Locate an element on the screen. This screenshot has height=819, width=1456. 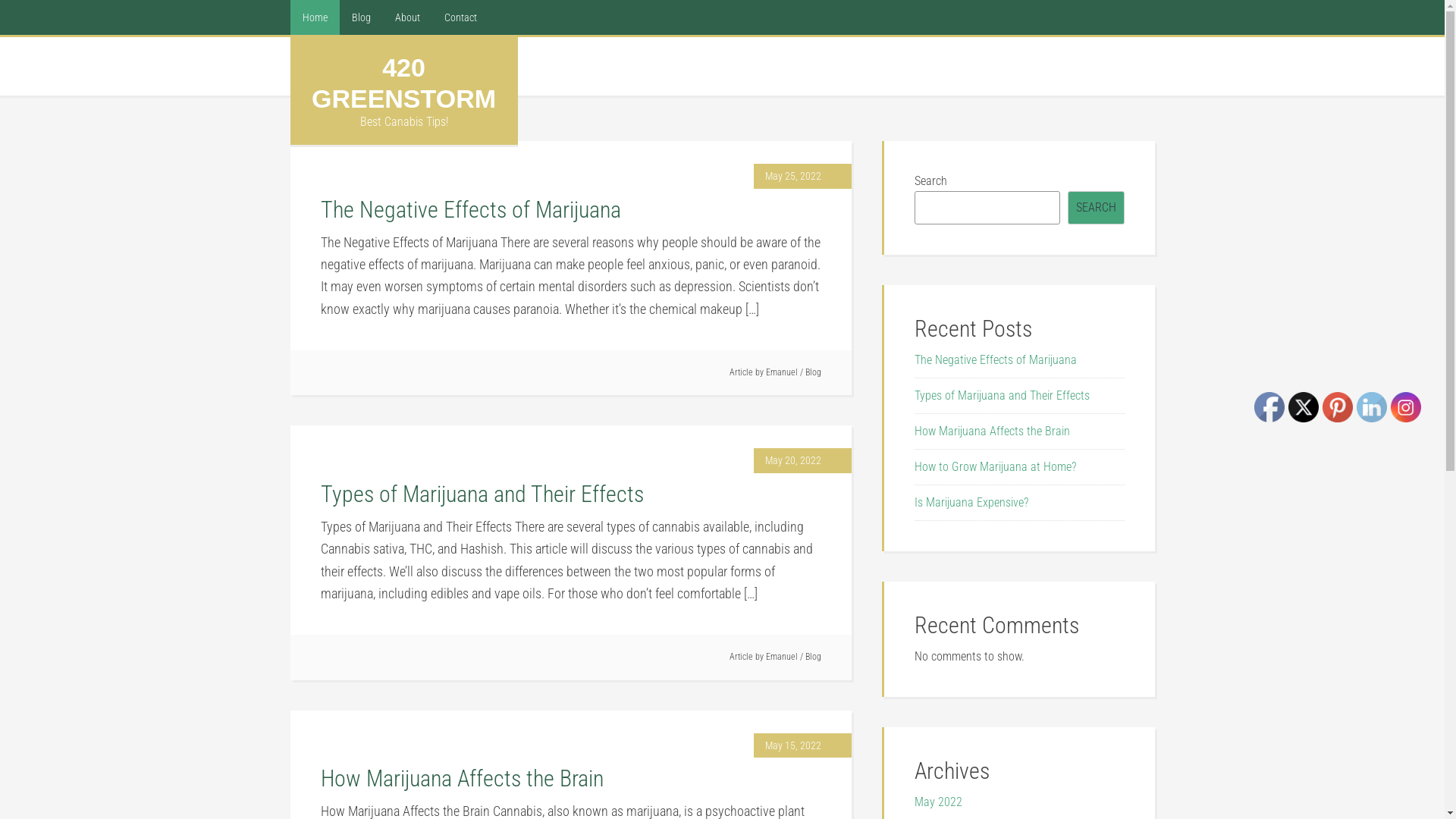
'LinkedIn' is located at coordinates (1357, 406).